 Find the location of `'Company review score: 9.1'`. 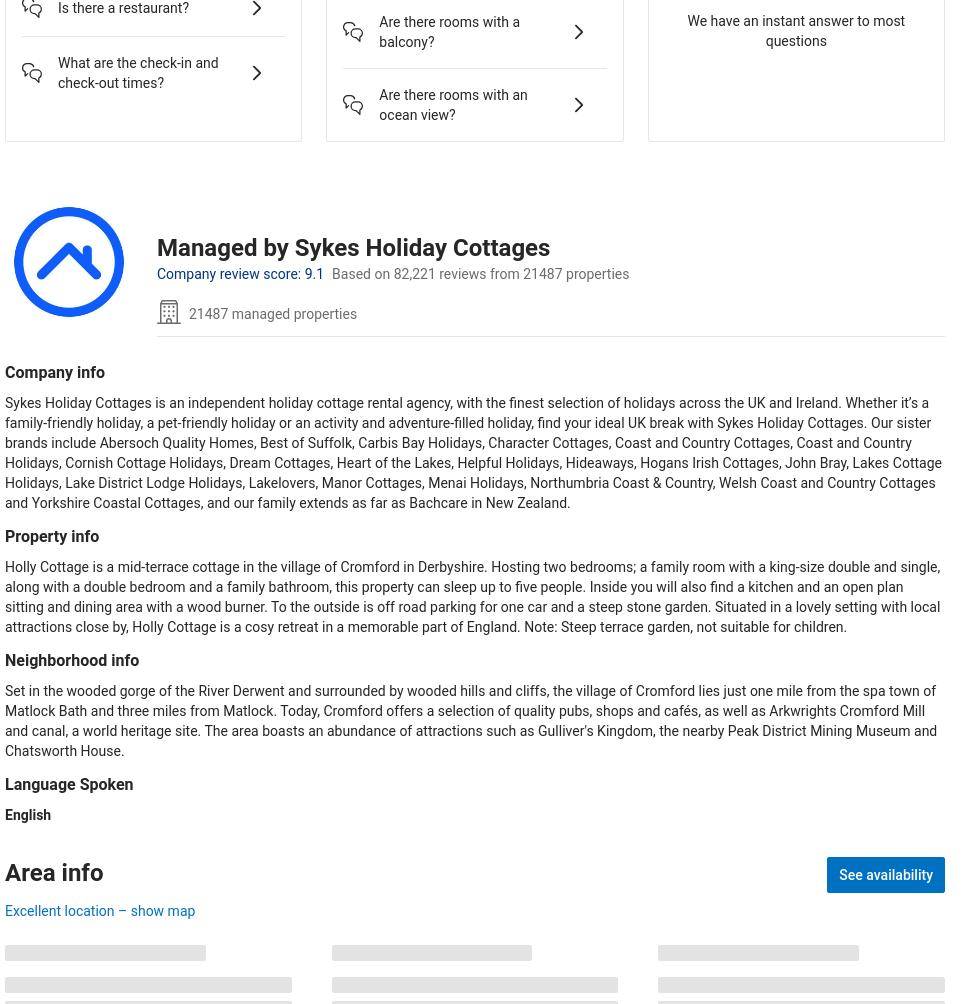

'Company review score: 9.1' is located at coordinates (239, 272).